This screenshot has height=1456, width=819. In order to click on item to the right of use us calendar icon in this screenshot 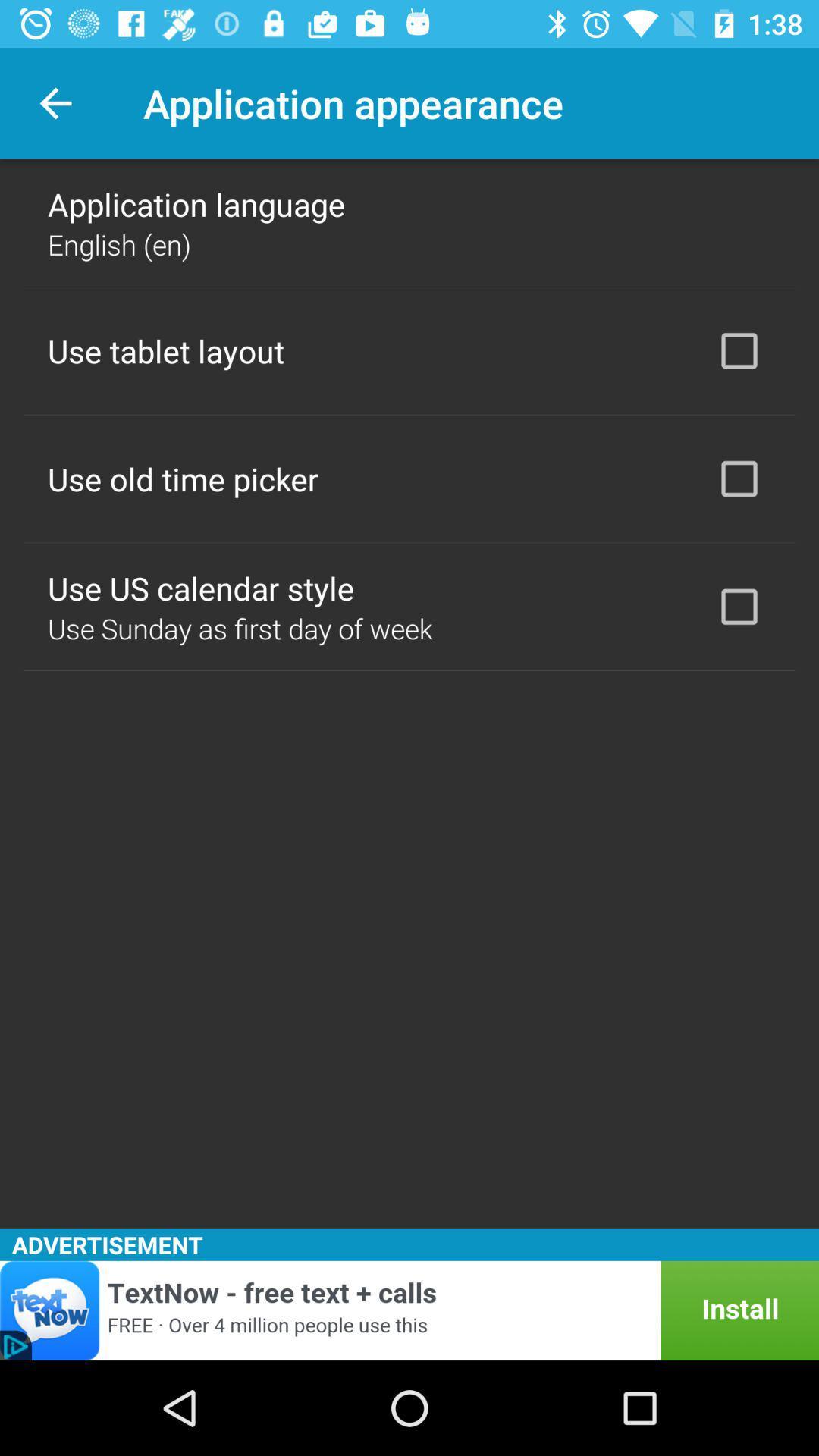, I will do `click(739, 607)`.